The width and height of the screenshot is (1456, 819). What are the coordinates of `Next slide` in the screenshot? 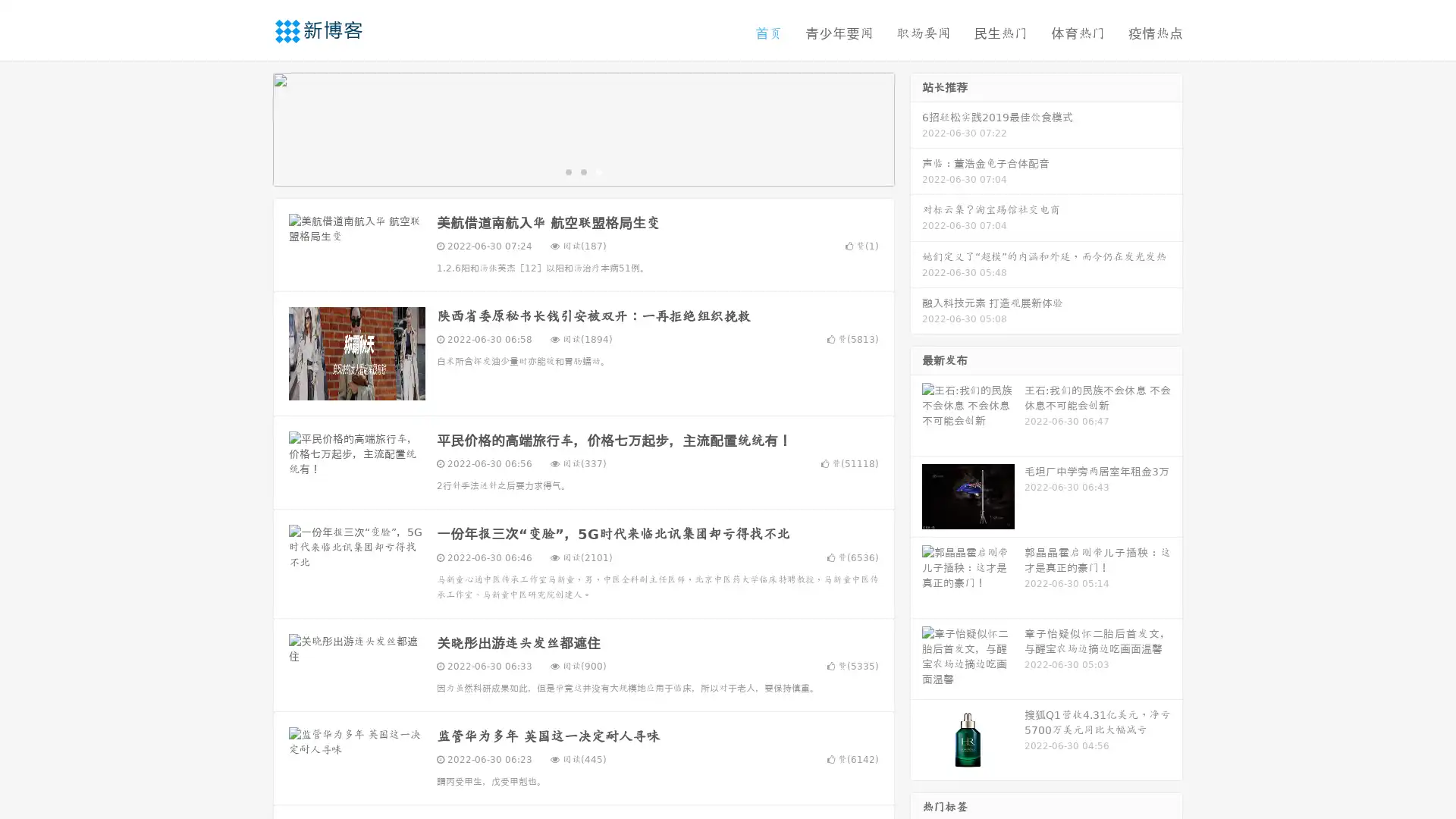 It's located at (916, 127).